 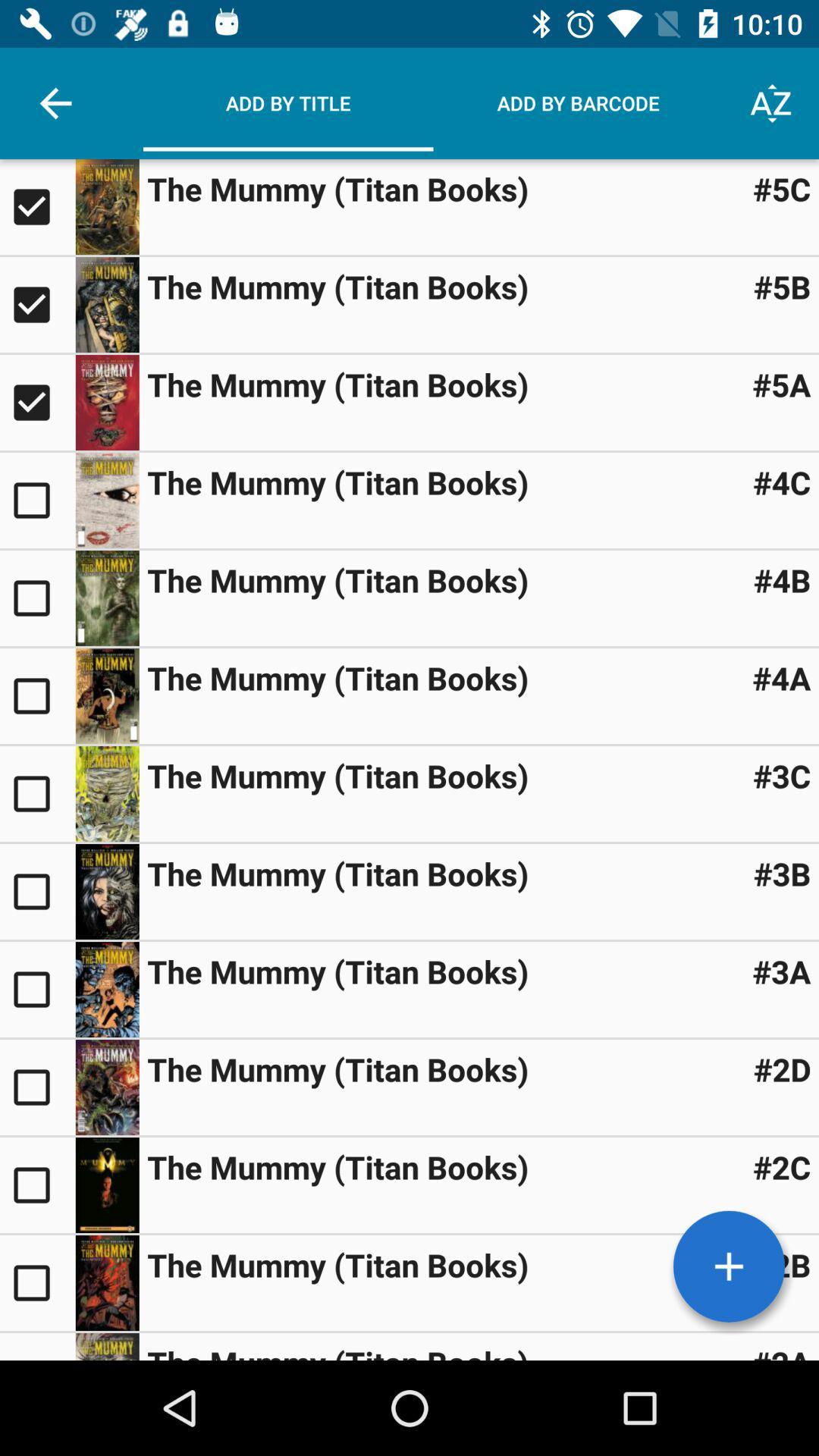 I want to click on image to enlarge, so click(x=106, y=792).